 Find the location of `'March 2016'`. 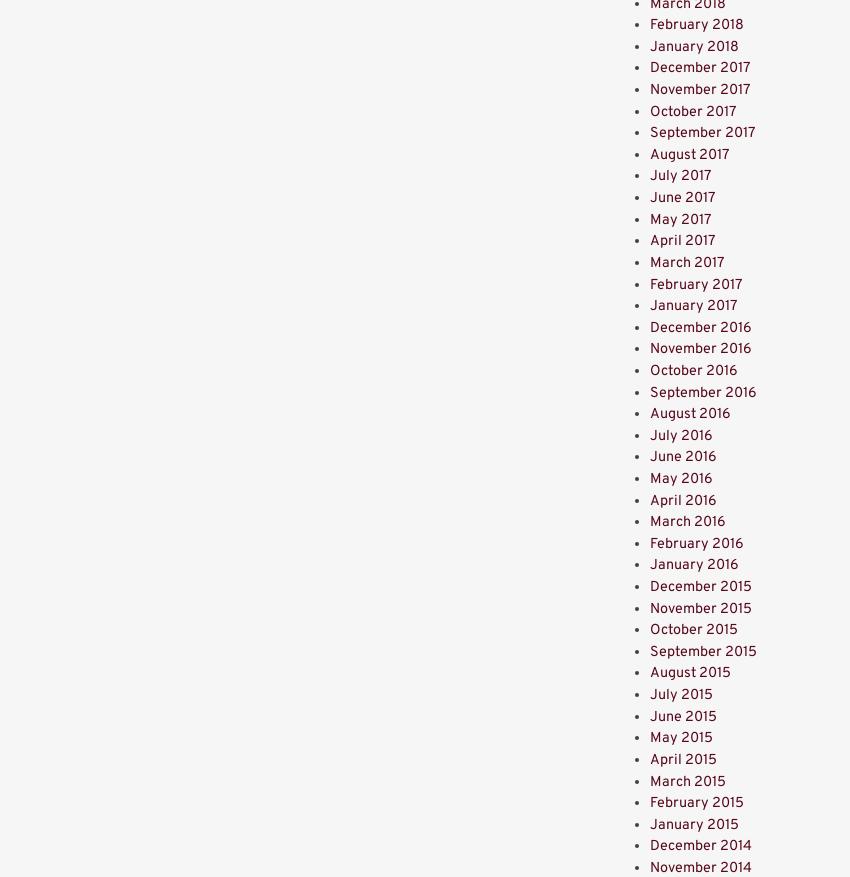

'March 2016' is located at coordinates (686, 521).